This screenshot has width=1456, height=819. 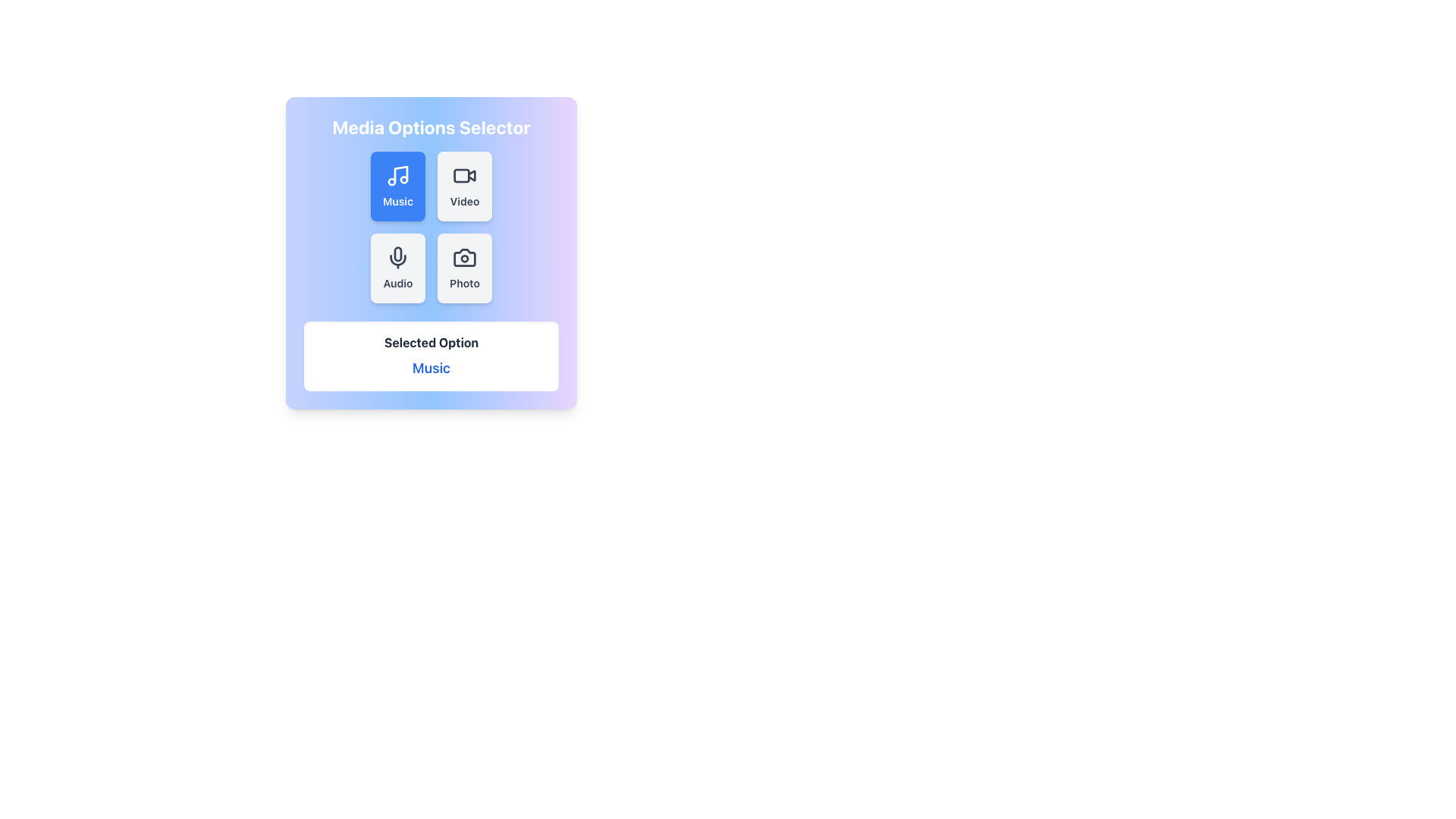 I want to click on the 'Photo' button located in the bottom-right corner of the Media Options Selector, which features a camera icon and a light gray background, so click(x=431, y=253).